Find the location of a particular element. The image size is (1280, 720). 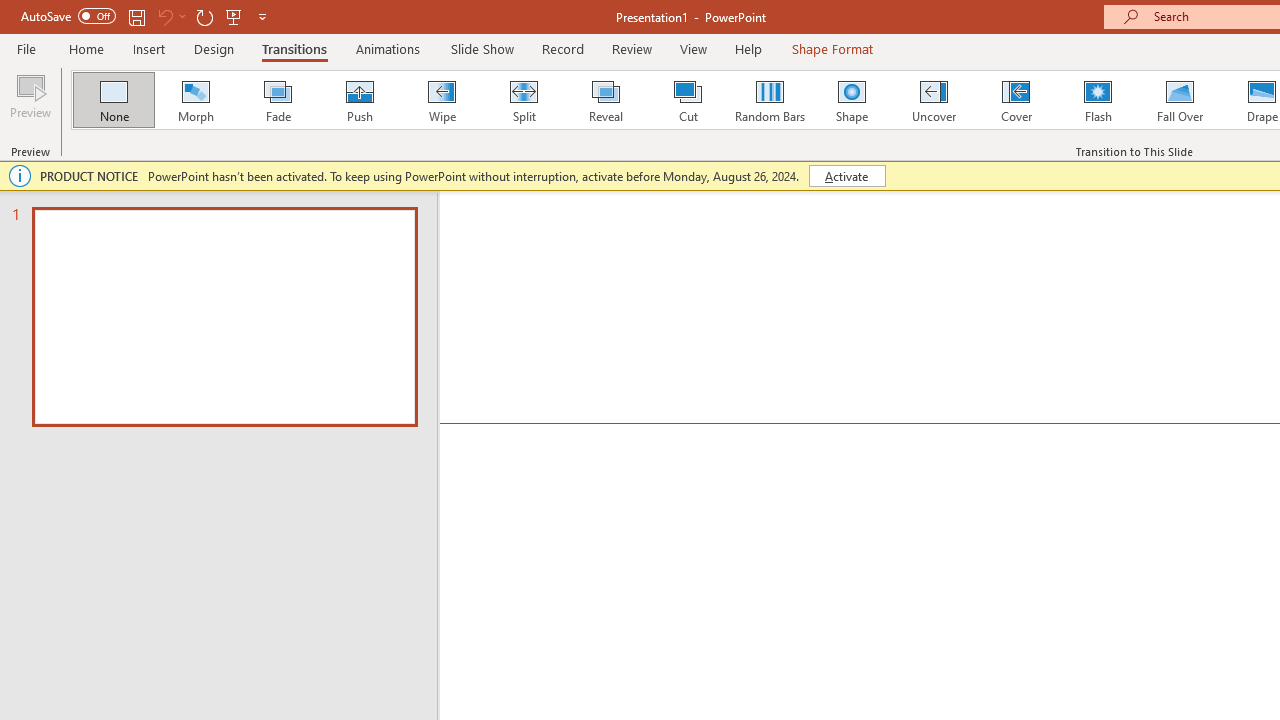

'Shape' is located at coordinates (852, 100).